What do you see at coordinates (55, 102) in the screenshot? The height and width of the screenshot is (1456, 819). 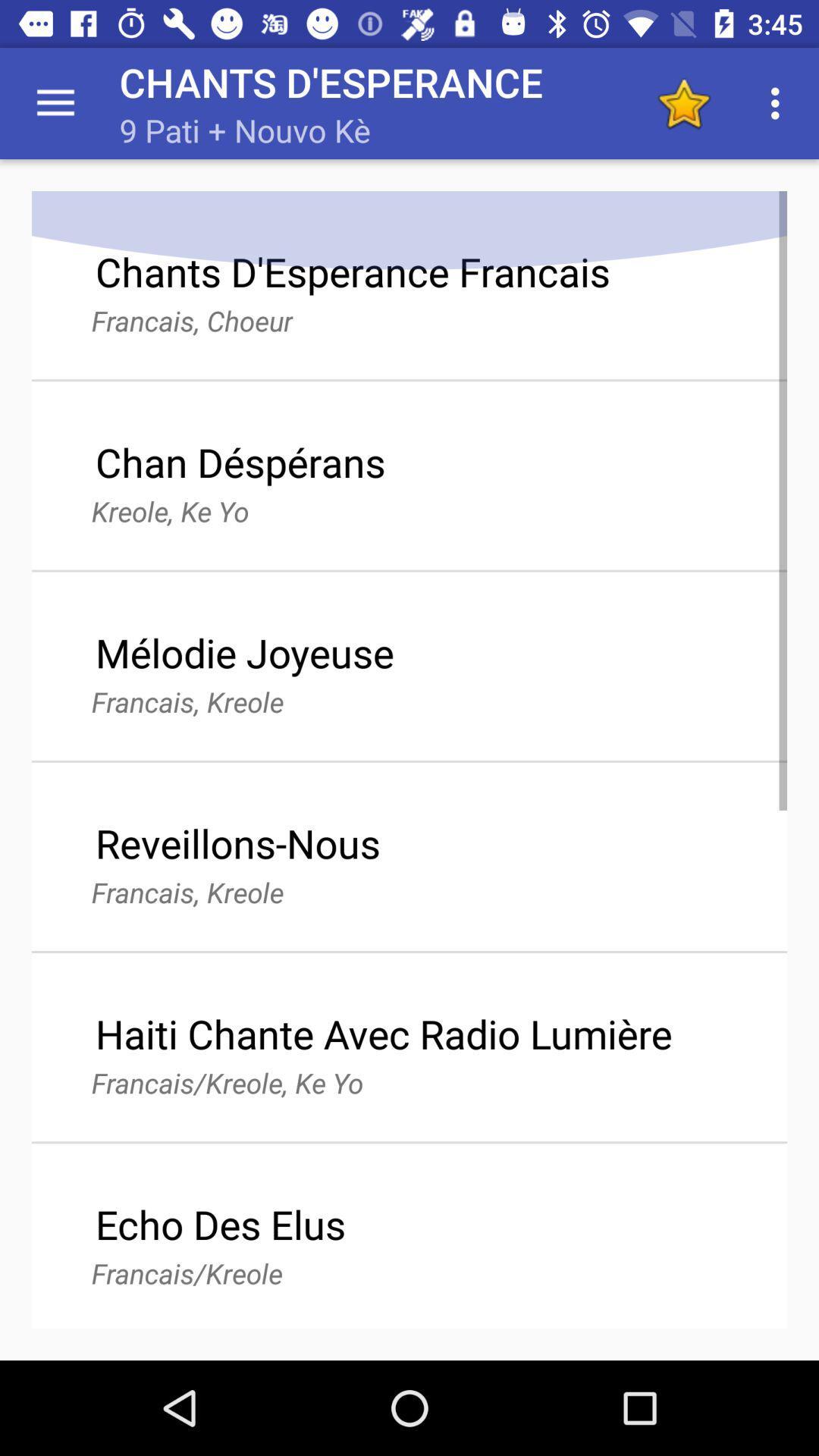 I see `the app next to the chants d'esperance app` at bounding box center [55, 102].